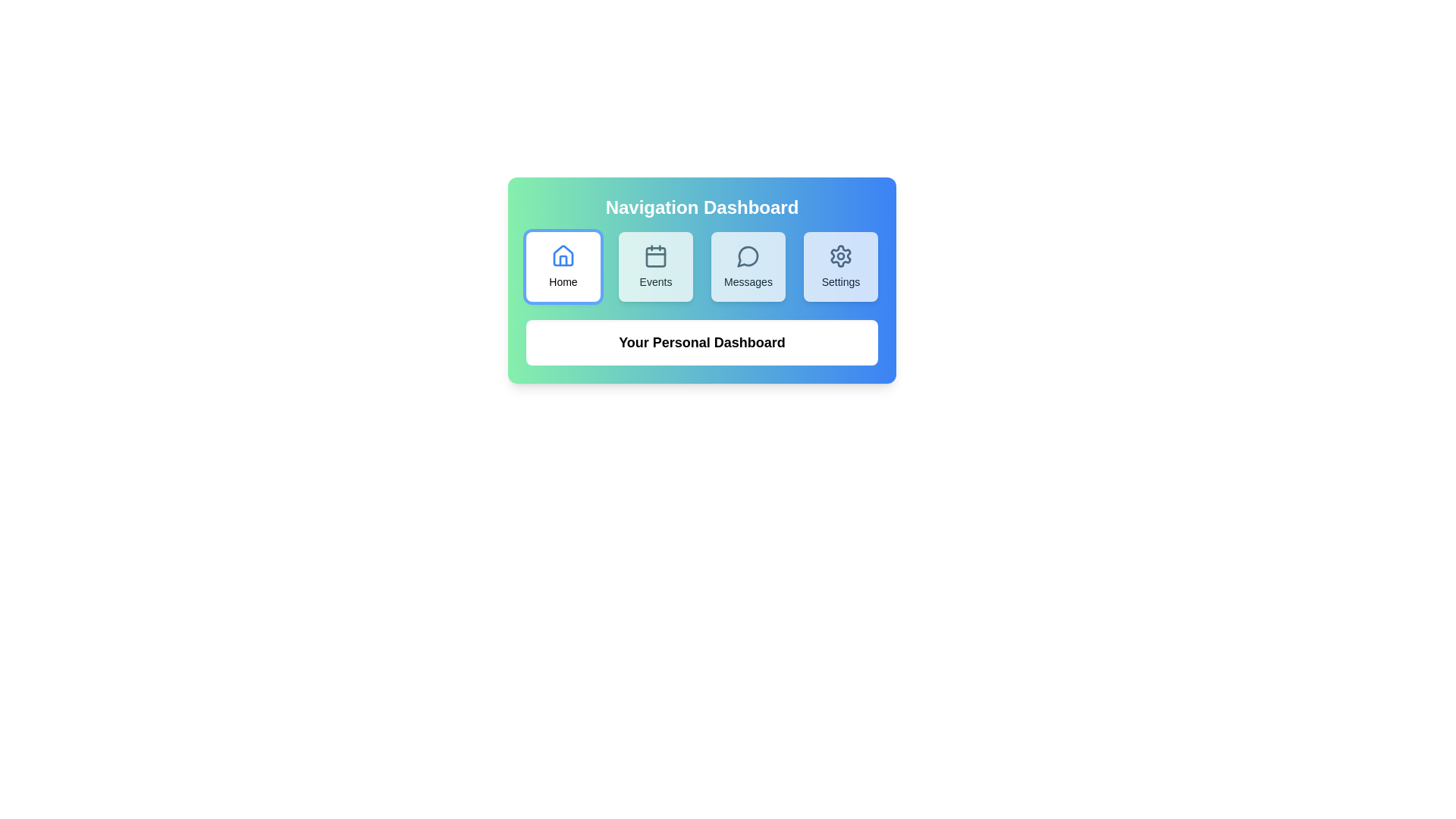 Image resolution: width=1456 pixels, height=819 pixels. I want to click on the text label that reads 'Your Personal Dashboard,' which is bold and prominently displayed below the group of buttons labeled 'Home,' 'Events,' 'Messages,' and 'Settings.', so click(701, 342).